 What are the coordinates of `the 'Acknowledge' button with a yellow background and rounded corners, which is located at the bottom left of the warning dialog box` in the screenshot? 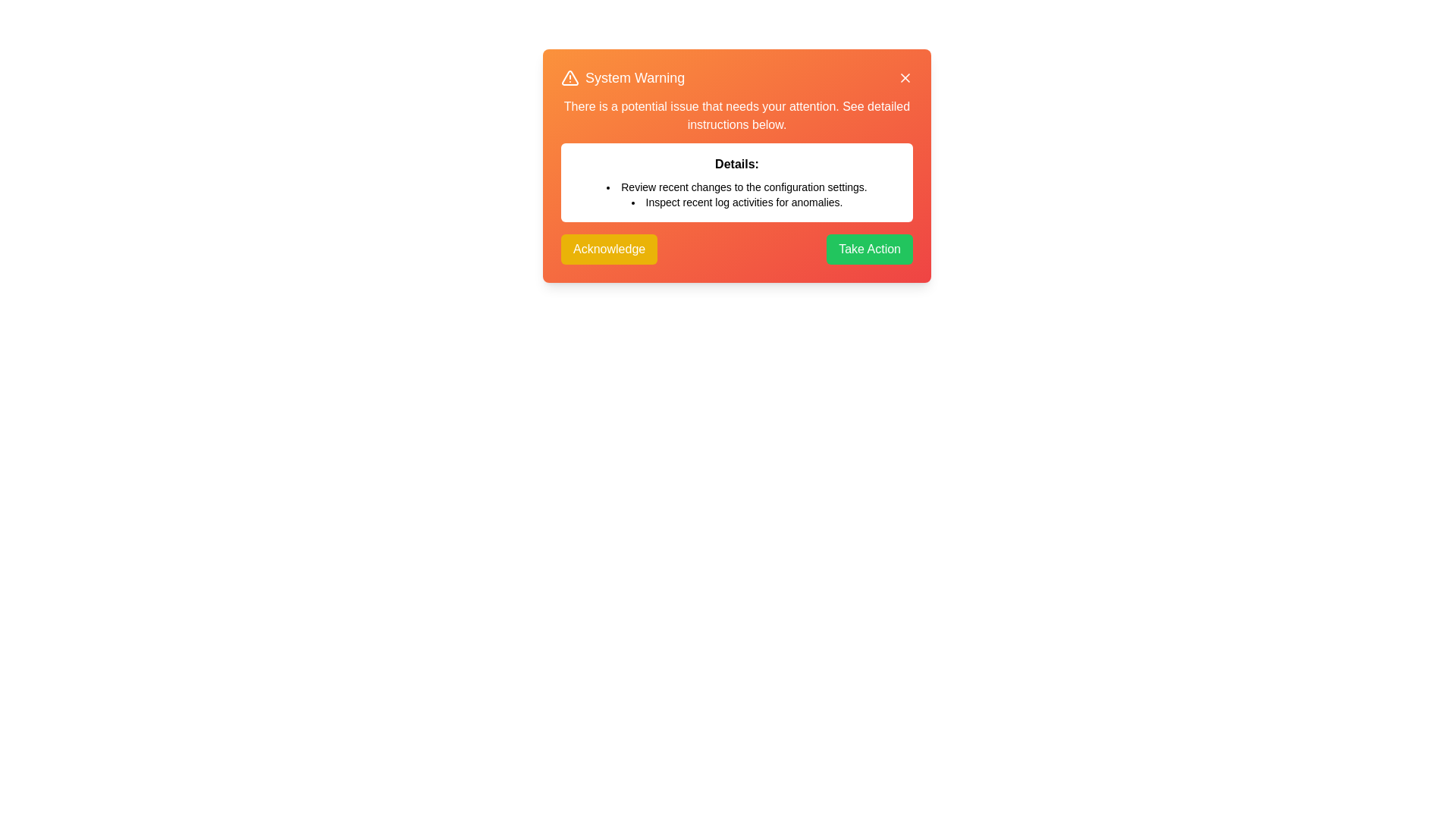 It's located at (609, 248).